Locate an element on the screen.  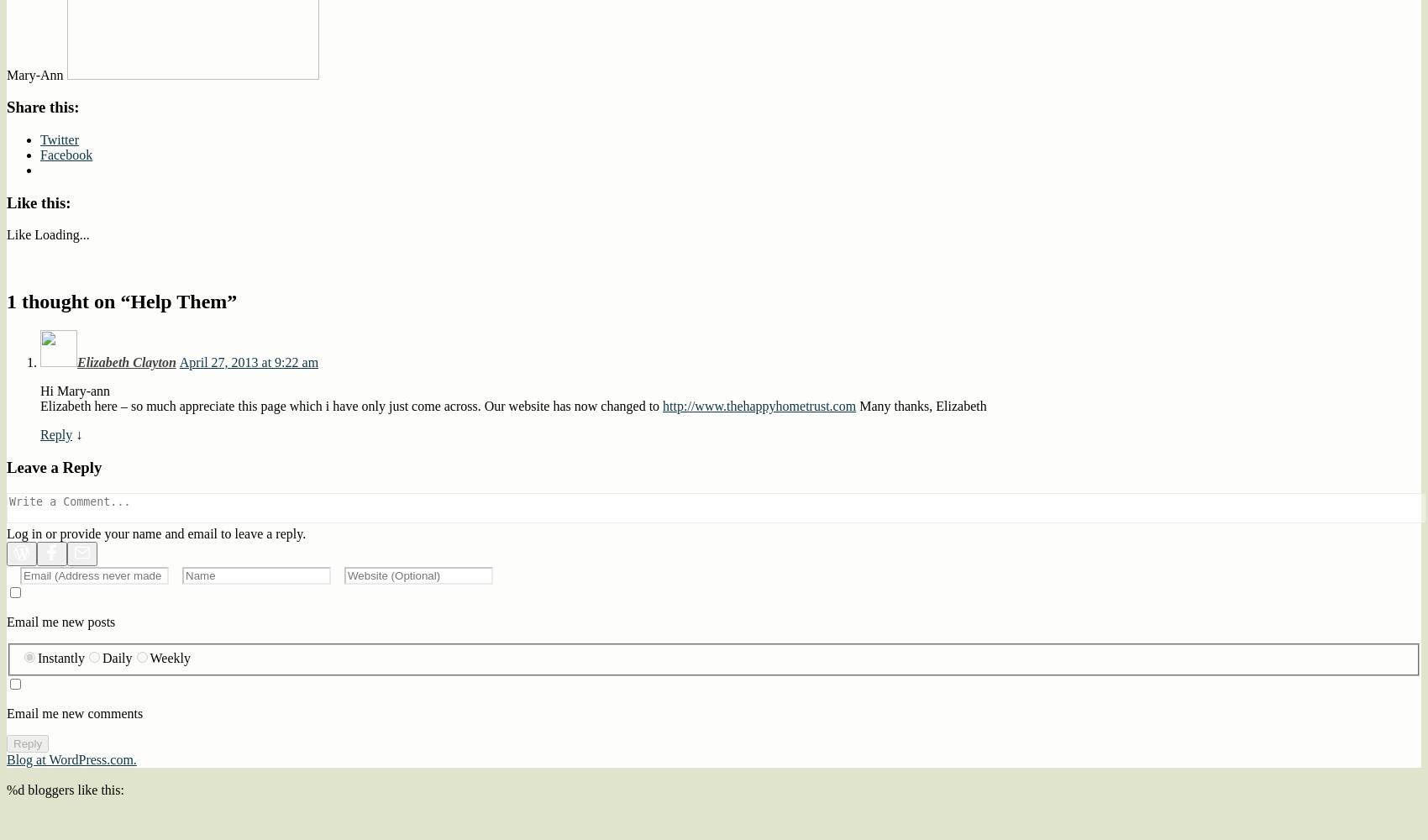
'Like this:' is located at coordinates (39, 201).